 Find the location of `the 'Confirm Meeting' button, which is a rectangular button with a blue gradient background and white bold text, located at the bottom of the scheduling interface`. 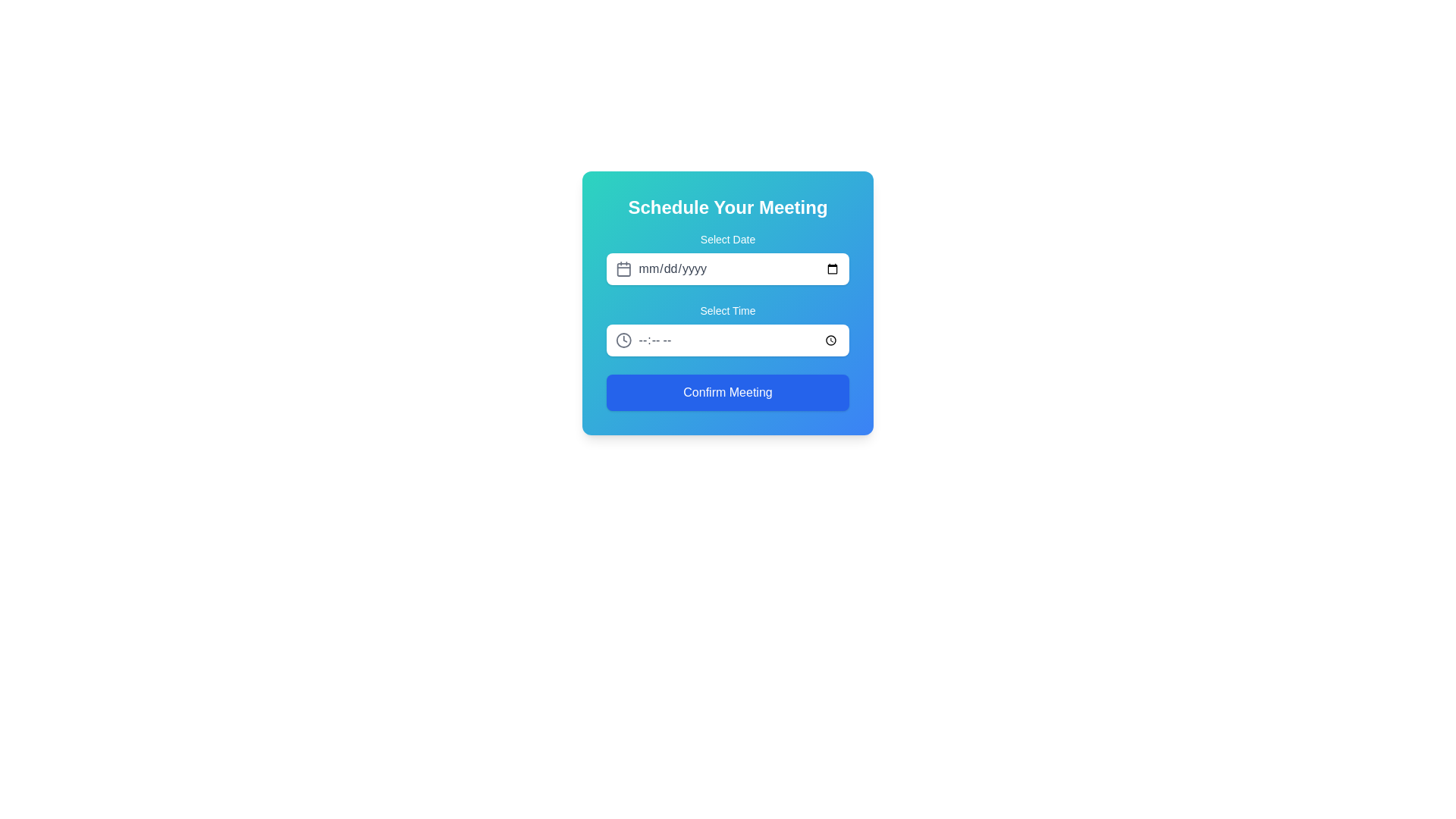

the 'Confirm Meeting' button, which is a rectangular button with a blue gradient background and white bold text, located at the bottom of the scheduling interface is located at coordinates (728, 391).